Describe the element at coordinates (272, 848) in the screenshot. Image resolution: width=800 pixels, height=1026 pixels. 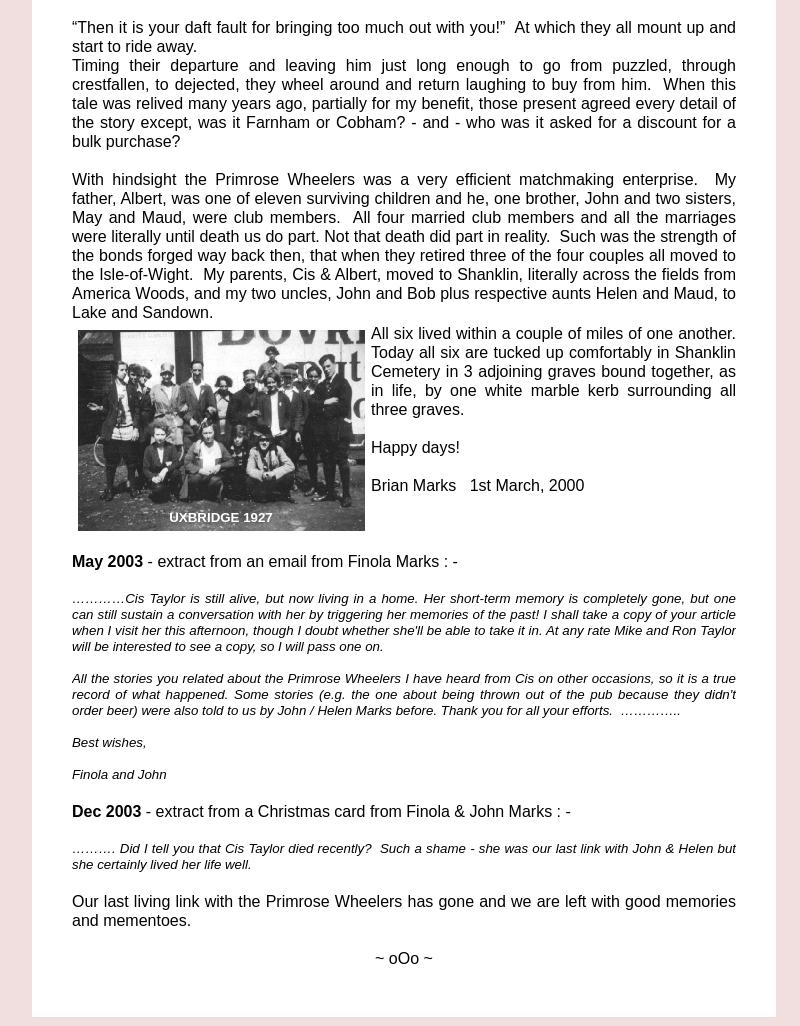
I see `'………. Did I tell you that Cis Taylor died recently?  Such a shame -'` at that location.